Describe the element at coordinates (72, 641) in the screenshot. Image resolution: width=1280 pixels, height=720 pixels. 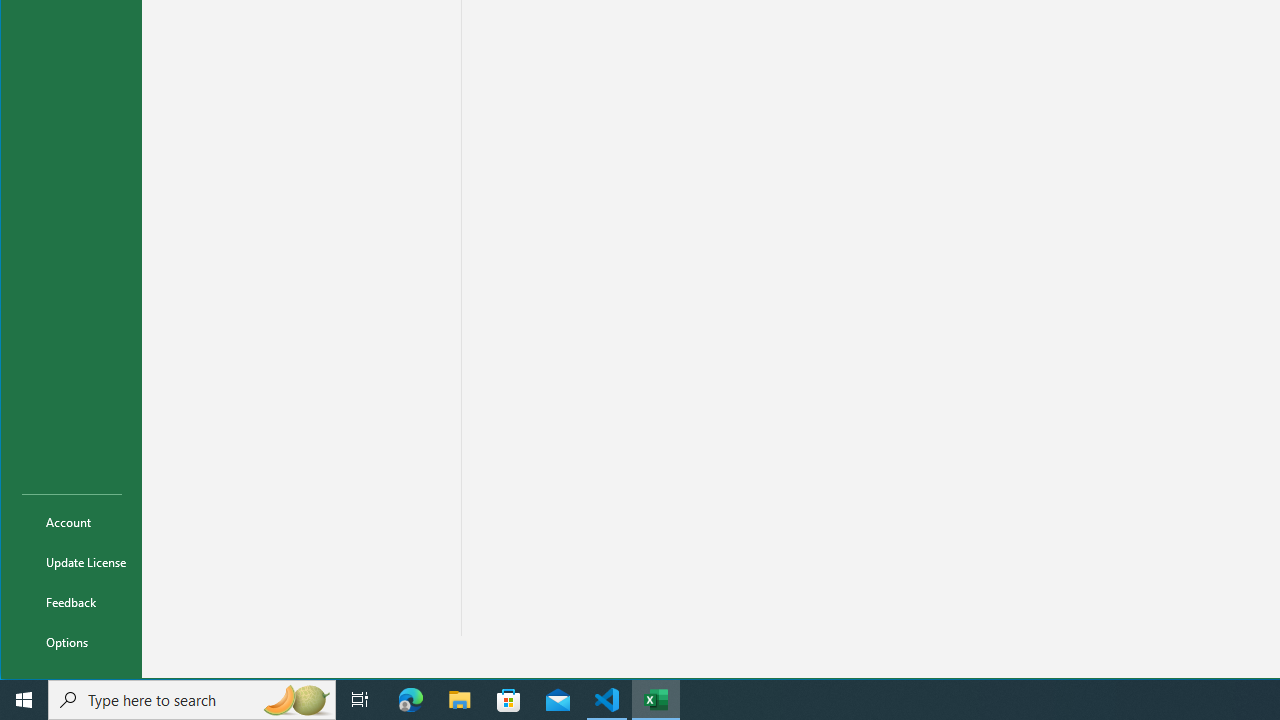
I see `'Options'` at that location.